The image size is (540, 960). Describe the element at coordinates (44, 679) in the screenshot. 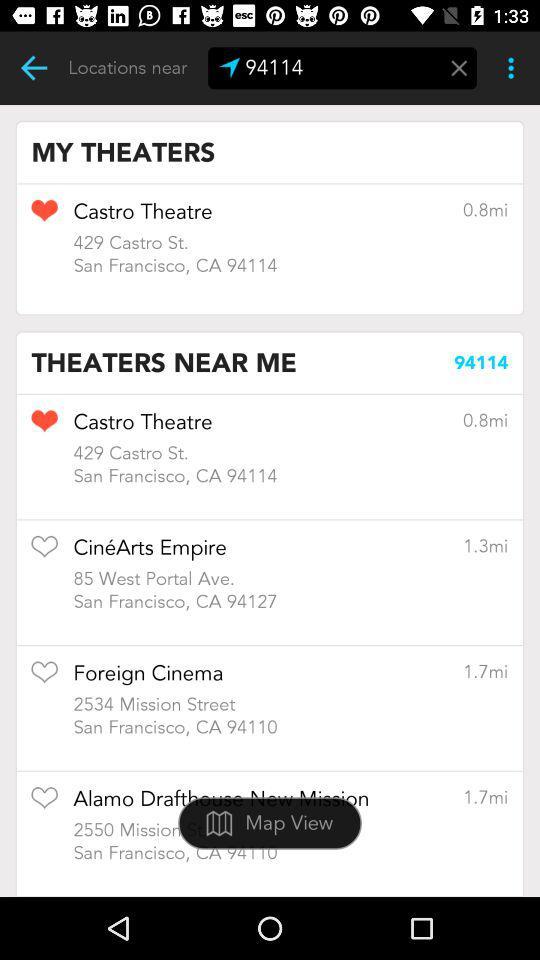

I see `like simple` at that location.